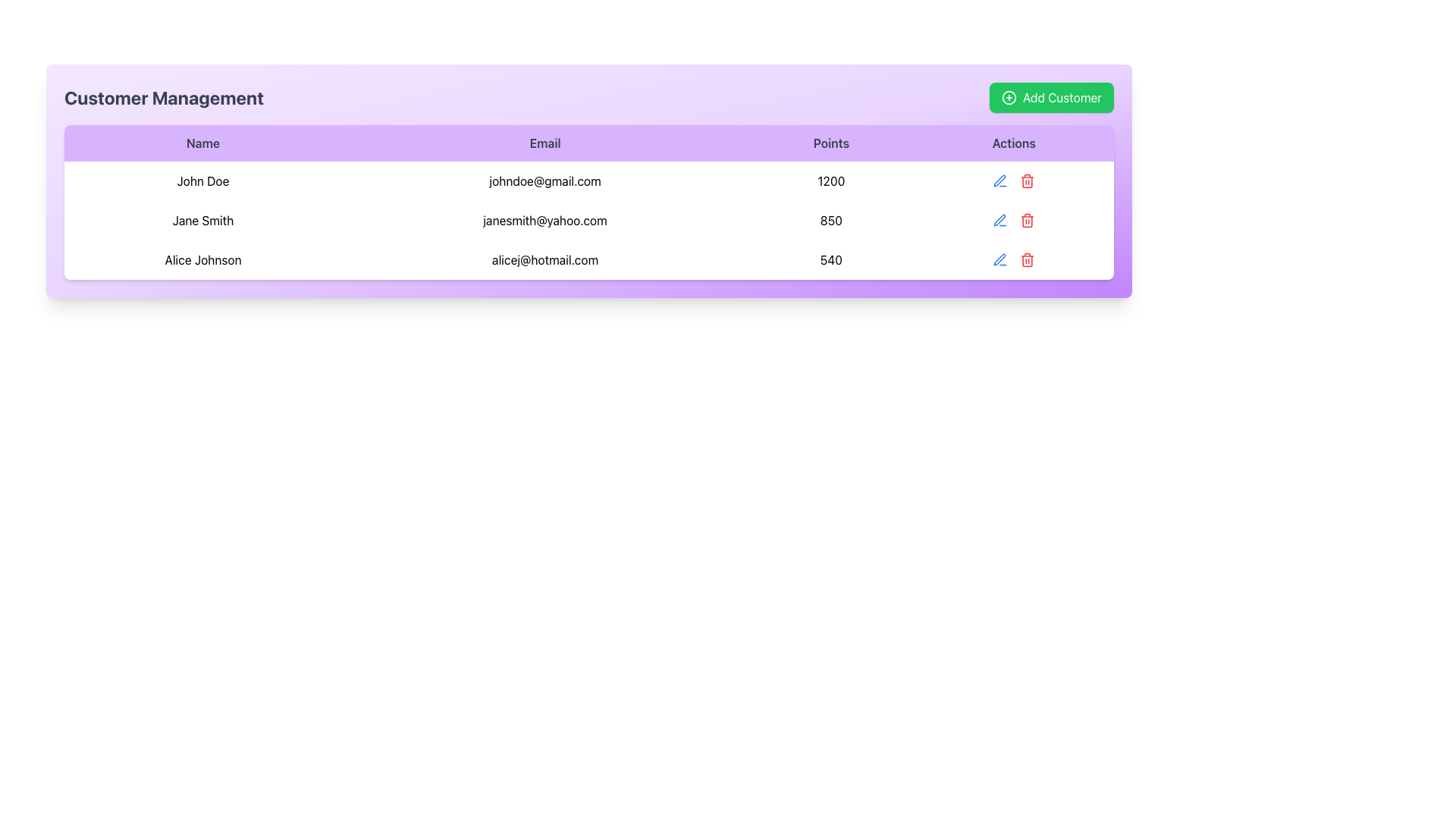 This screenshot has height=819, width=1456. I want to click on the 'Points' column header label in the data table, which is the third column header positioned between 'Email' and 'Actions', so click(830, 143).